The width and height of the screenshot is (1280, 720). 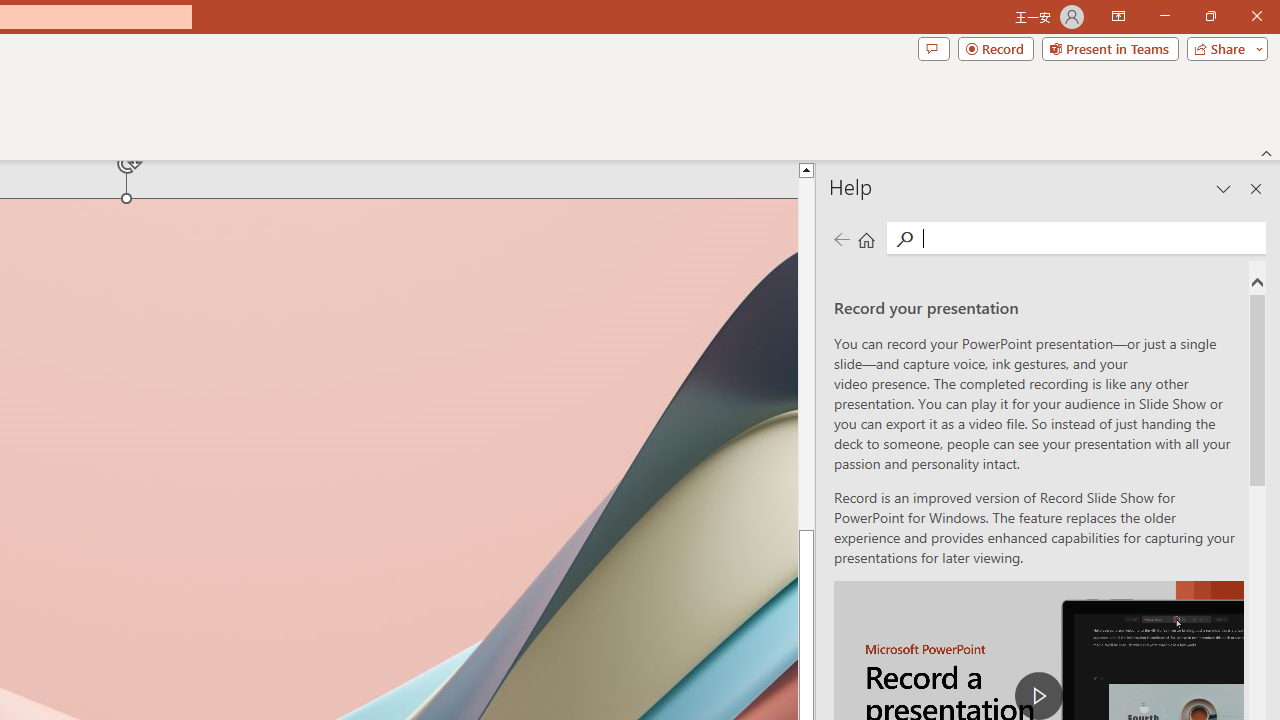 I want to click on 'Share', so click(x=1222, y=47).